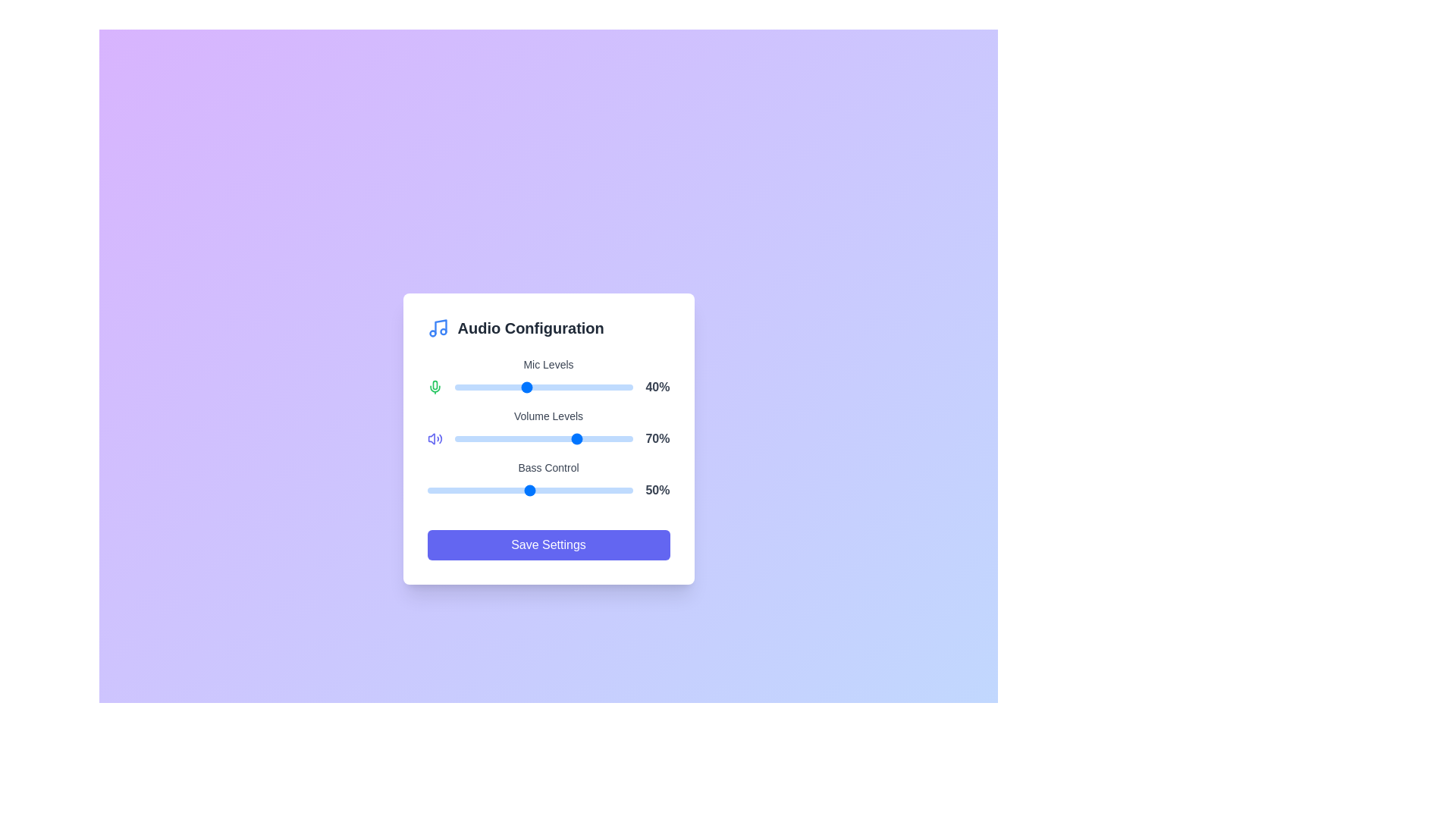 Image resolution: width=1456 pixels, height=819 pixels. Describe the element at coordinates (528, 386) in the screenshot. I see `the Mic Levels slider to set the microphone volume to 41%` at that location.